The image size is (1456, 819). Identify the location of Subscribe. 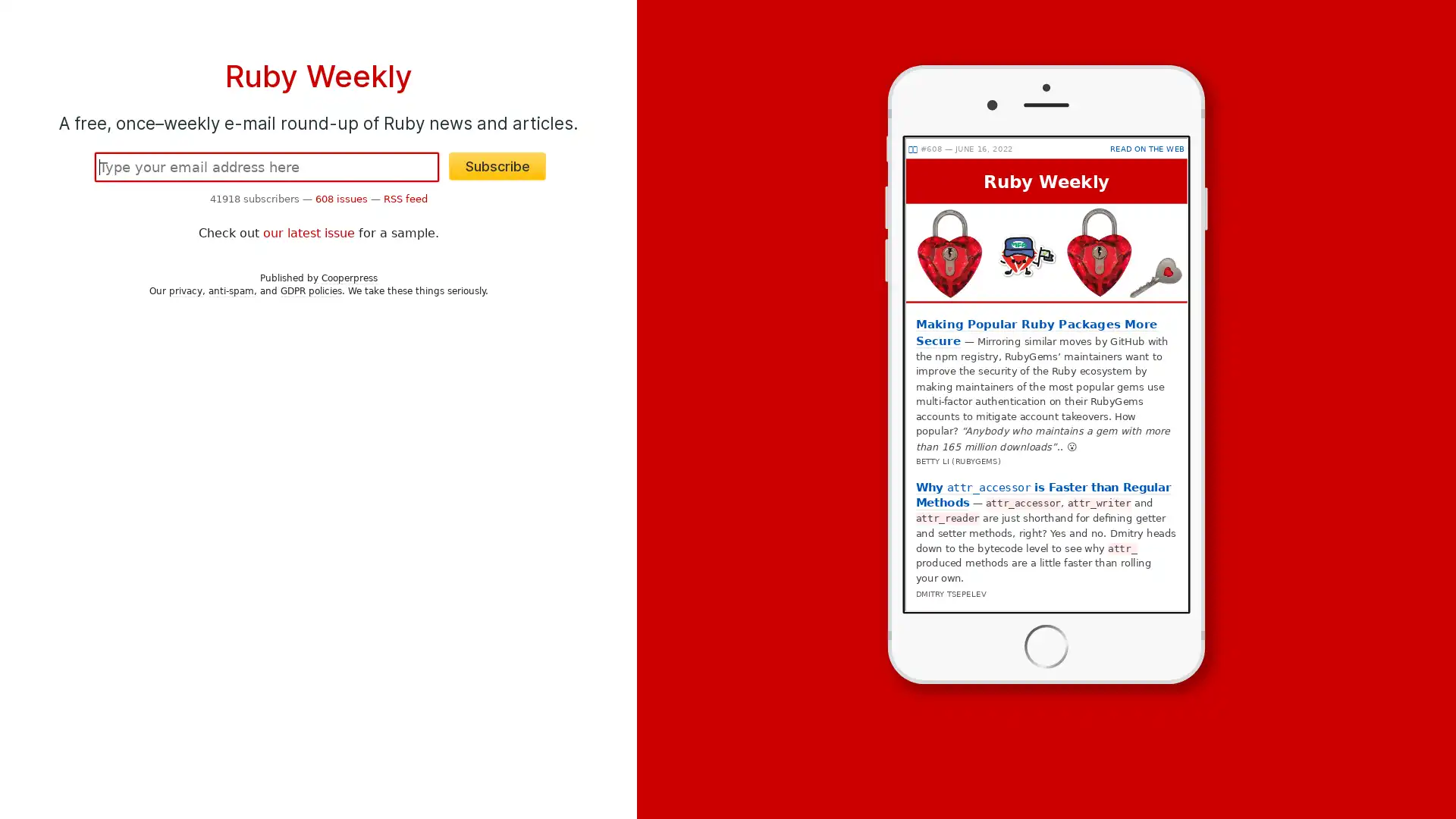
(497, 166).